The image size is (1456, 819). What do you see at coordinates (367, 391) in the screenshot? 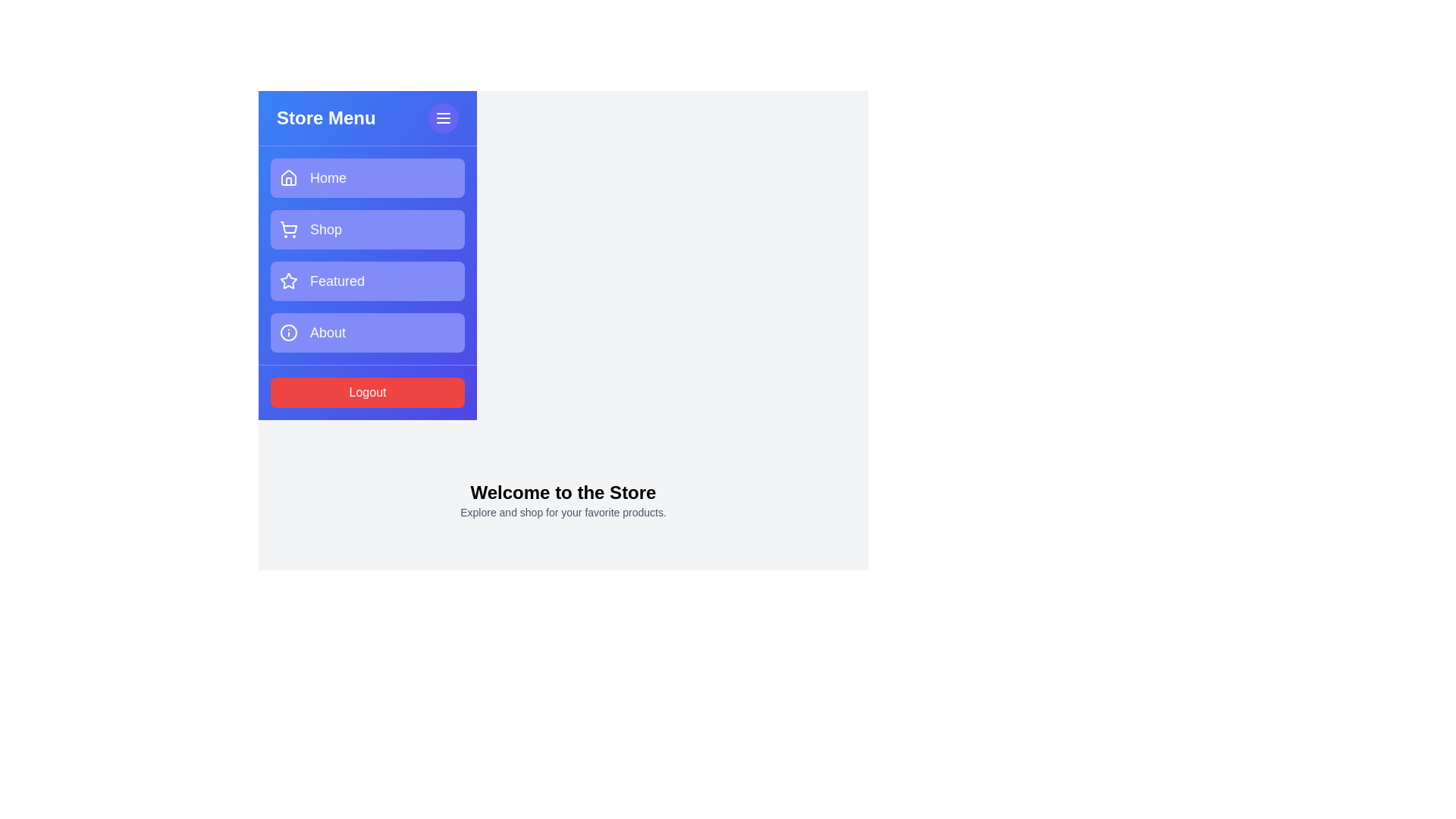
I see `the logout button to perform the logout action` at bounding box center [367, 391].